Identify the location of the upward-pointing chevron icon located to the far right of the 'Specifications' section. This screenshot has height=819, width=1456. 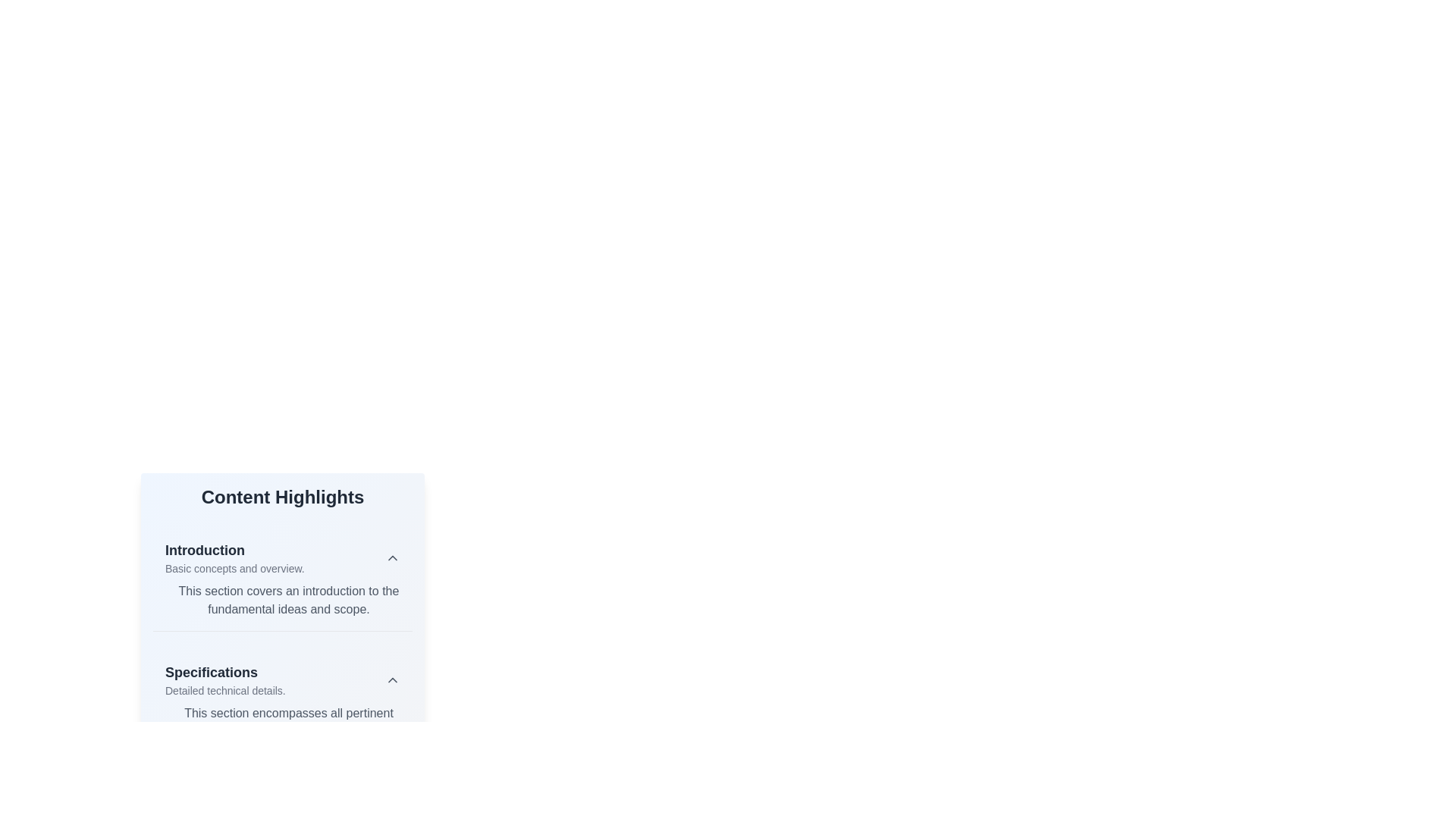
(393, 679).